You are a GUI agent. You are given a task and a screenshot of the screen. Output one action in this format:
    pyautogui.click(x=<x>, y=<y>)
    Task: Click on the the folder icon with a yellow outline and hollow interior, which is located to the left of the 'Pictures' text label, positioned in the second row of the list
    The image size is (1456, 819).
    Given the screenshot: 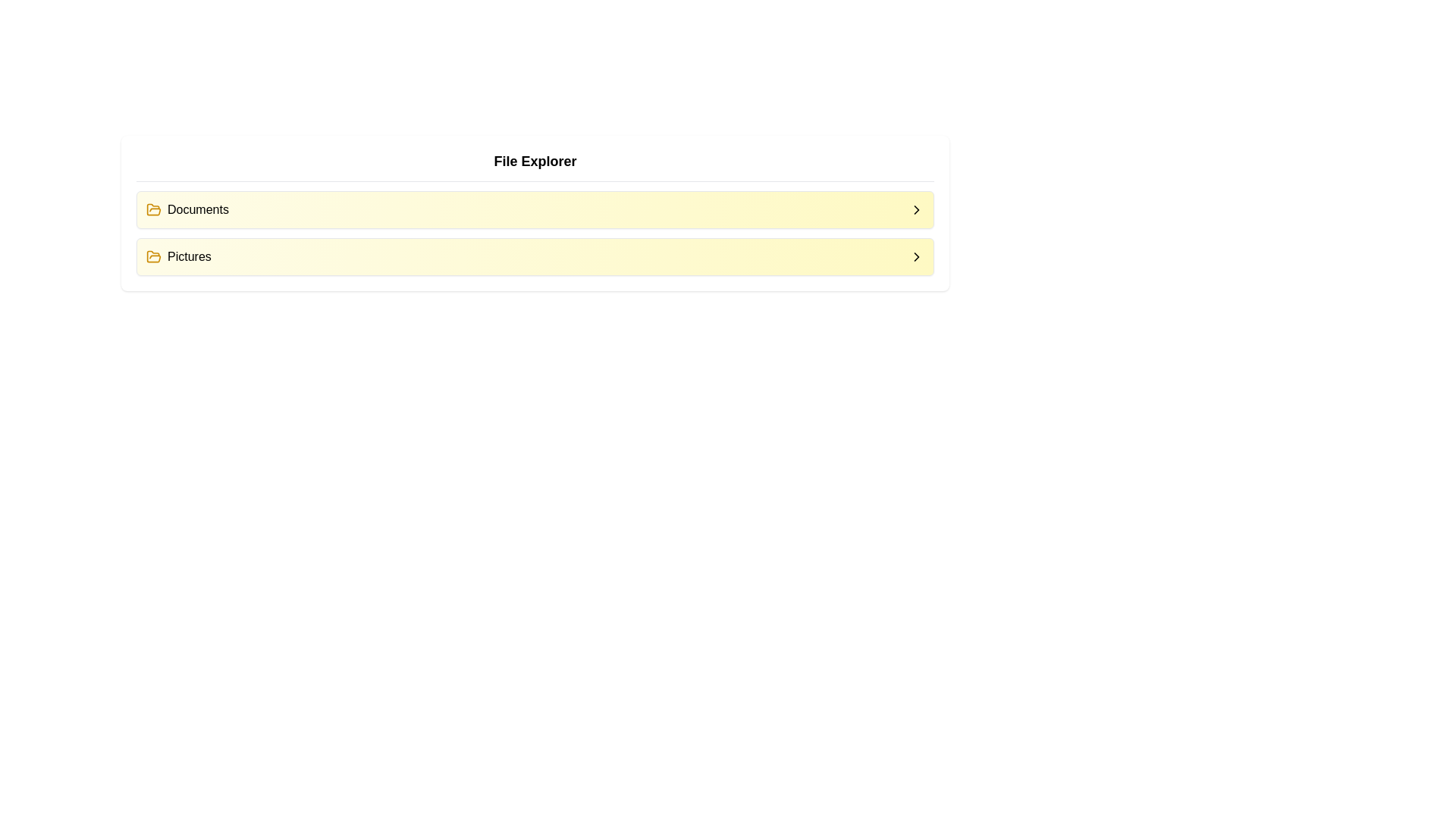 What is the action you would take?
    pyautogui.click(x=153, y=256)
    